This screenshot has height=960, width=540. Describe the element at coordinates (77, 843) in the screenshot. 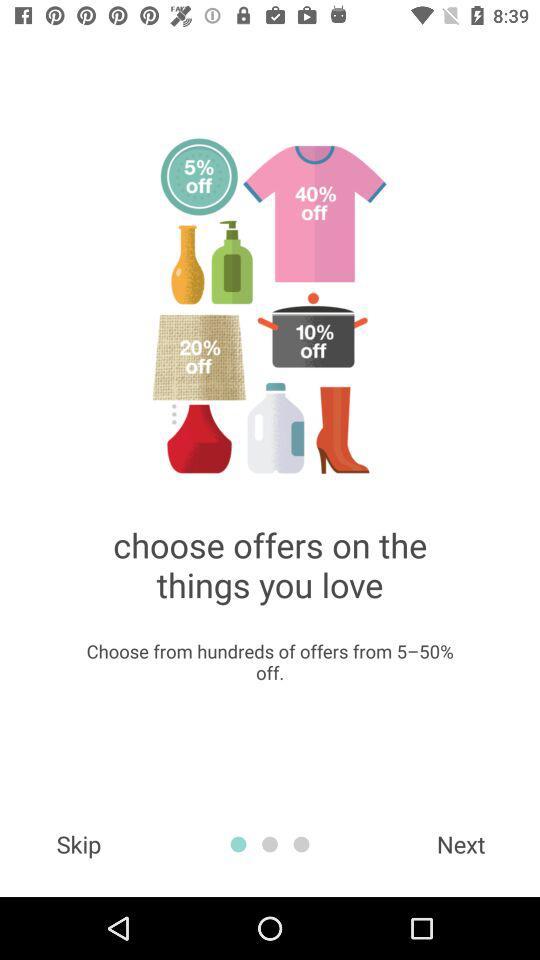

I see `skip icon` at that location.